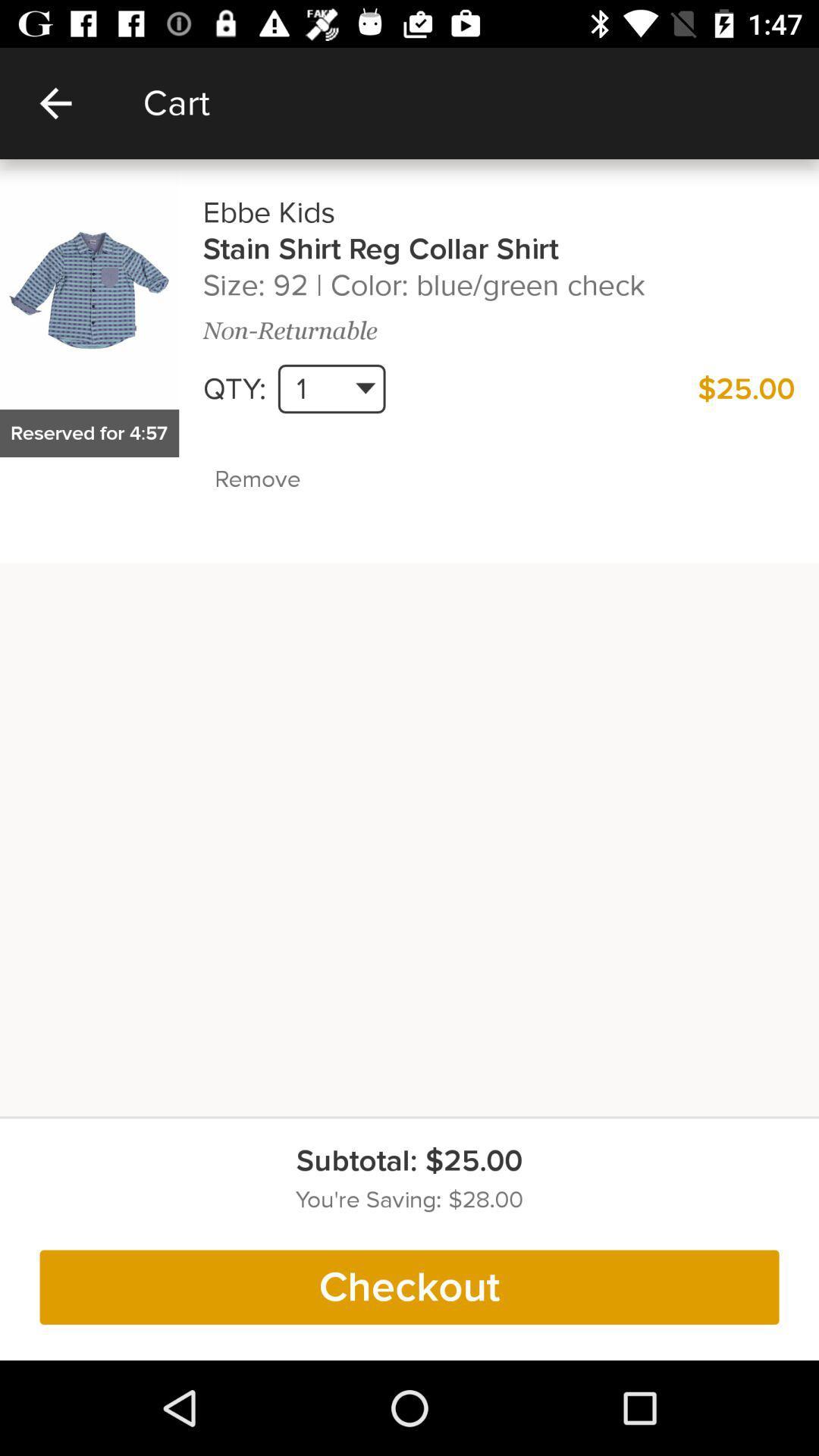  Describe the element at coordinates (409, 1286) in the screenshot. I see `checkout item` at that location.